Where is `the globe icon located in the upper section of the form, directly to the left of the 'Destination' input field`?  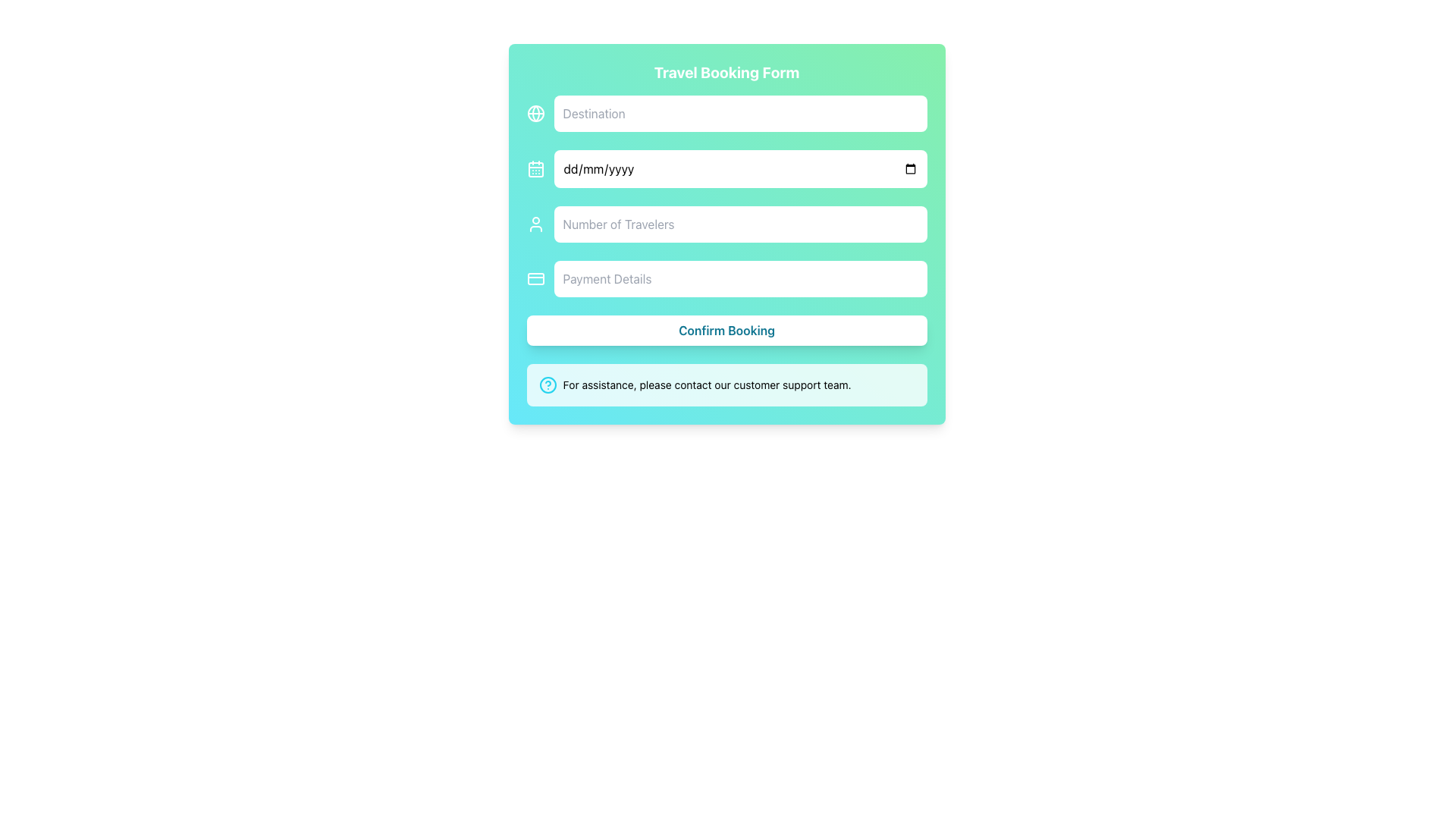 the globe icon located in the upper section of the form, directly to the left of the 'Destination' input field is located at coordinates (535, 113).